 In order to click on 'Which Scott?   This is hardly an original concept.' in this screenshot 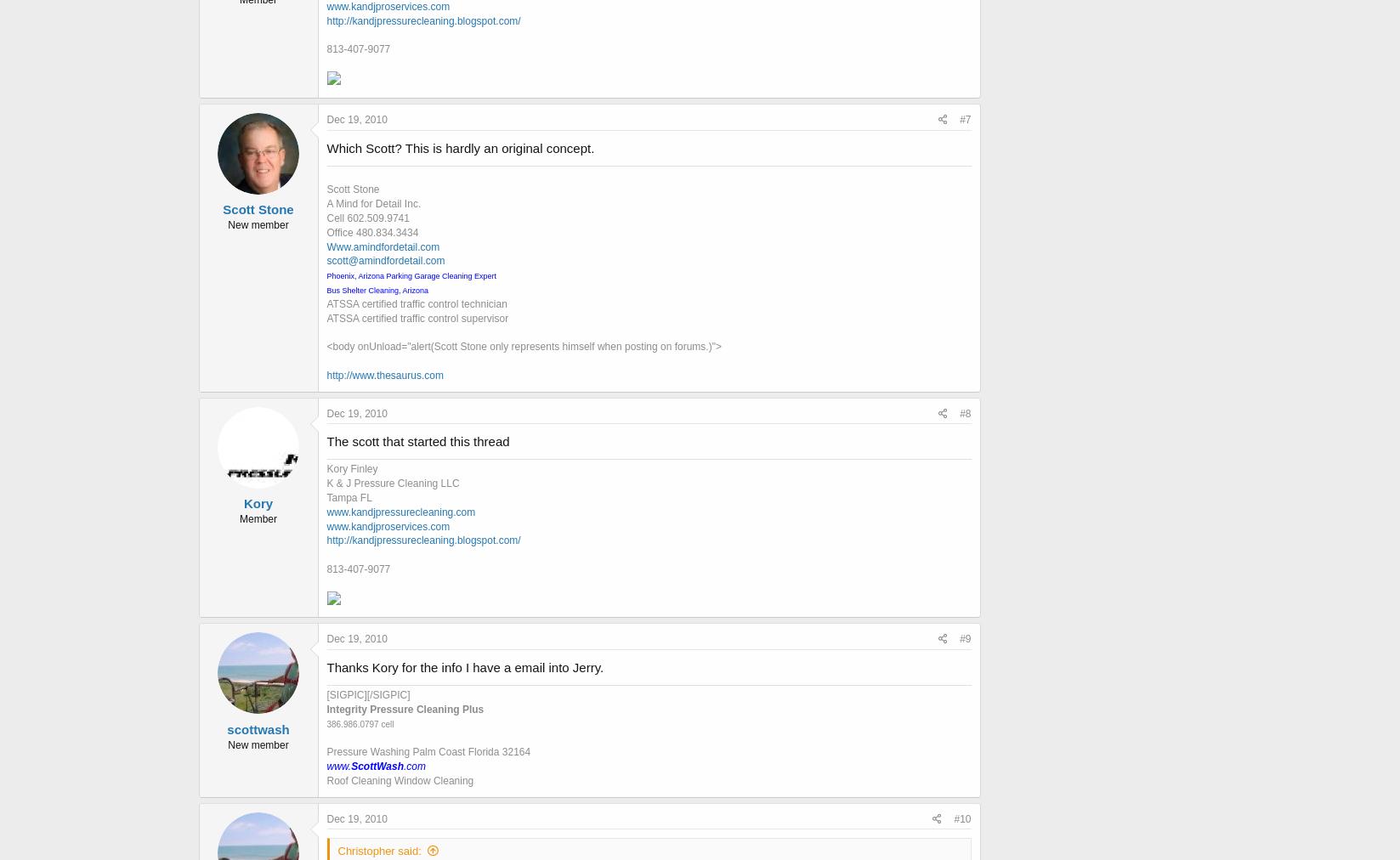, I will do `click(326, 147)`.